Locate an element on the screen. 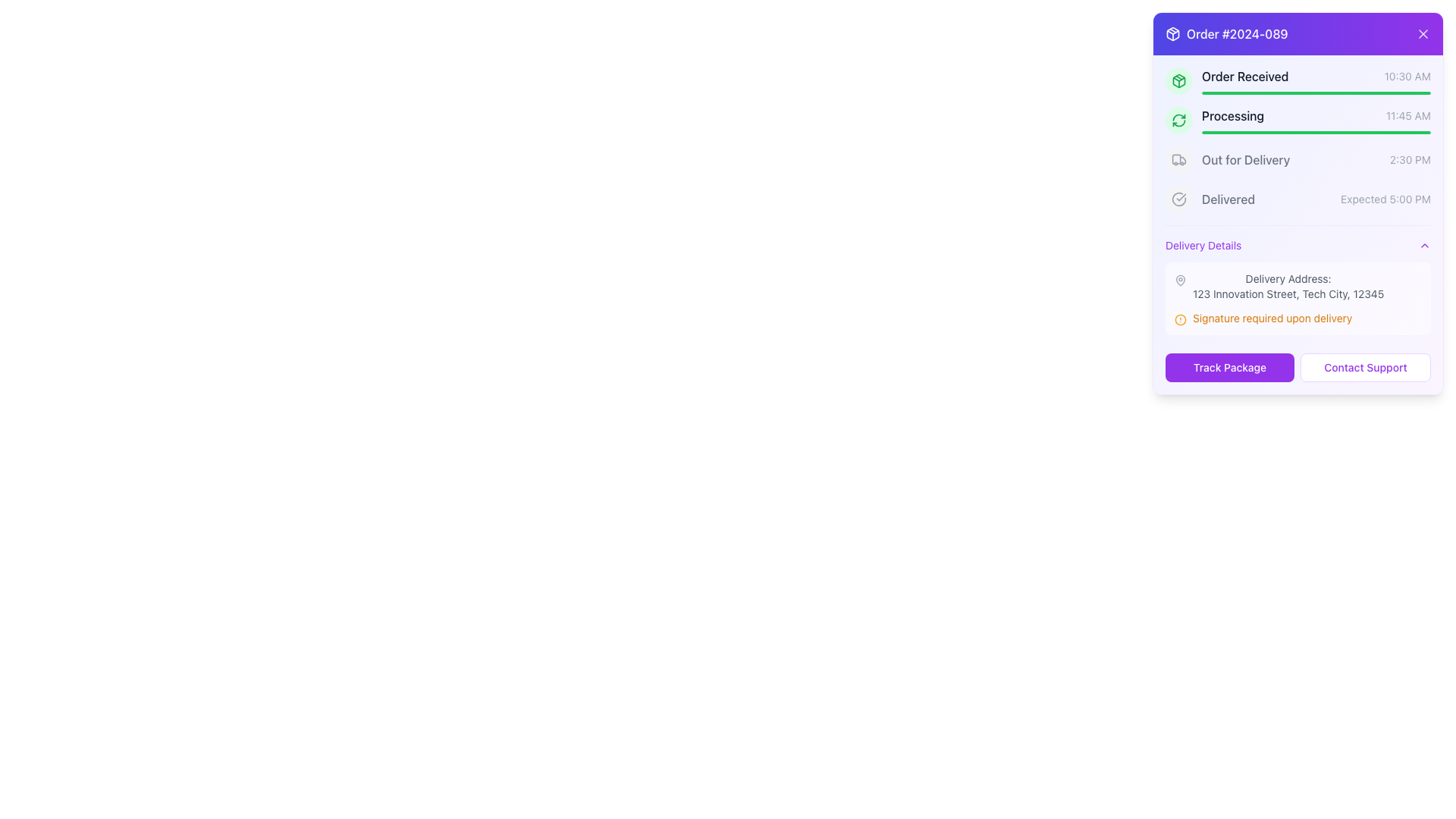 This screenshot has height=819, width=1456. delivery address information displayed in the Text display located in the 'Delivery Details' section, which is positioned below the map pin icon and above the warning icon regarding signature requirements is located at coordinates (1288, 287).